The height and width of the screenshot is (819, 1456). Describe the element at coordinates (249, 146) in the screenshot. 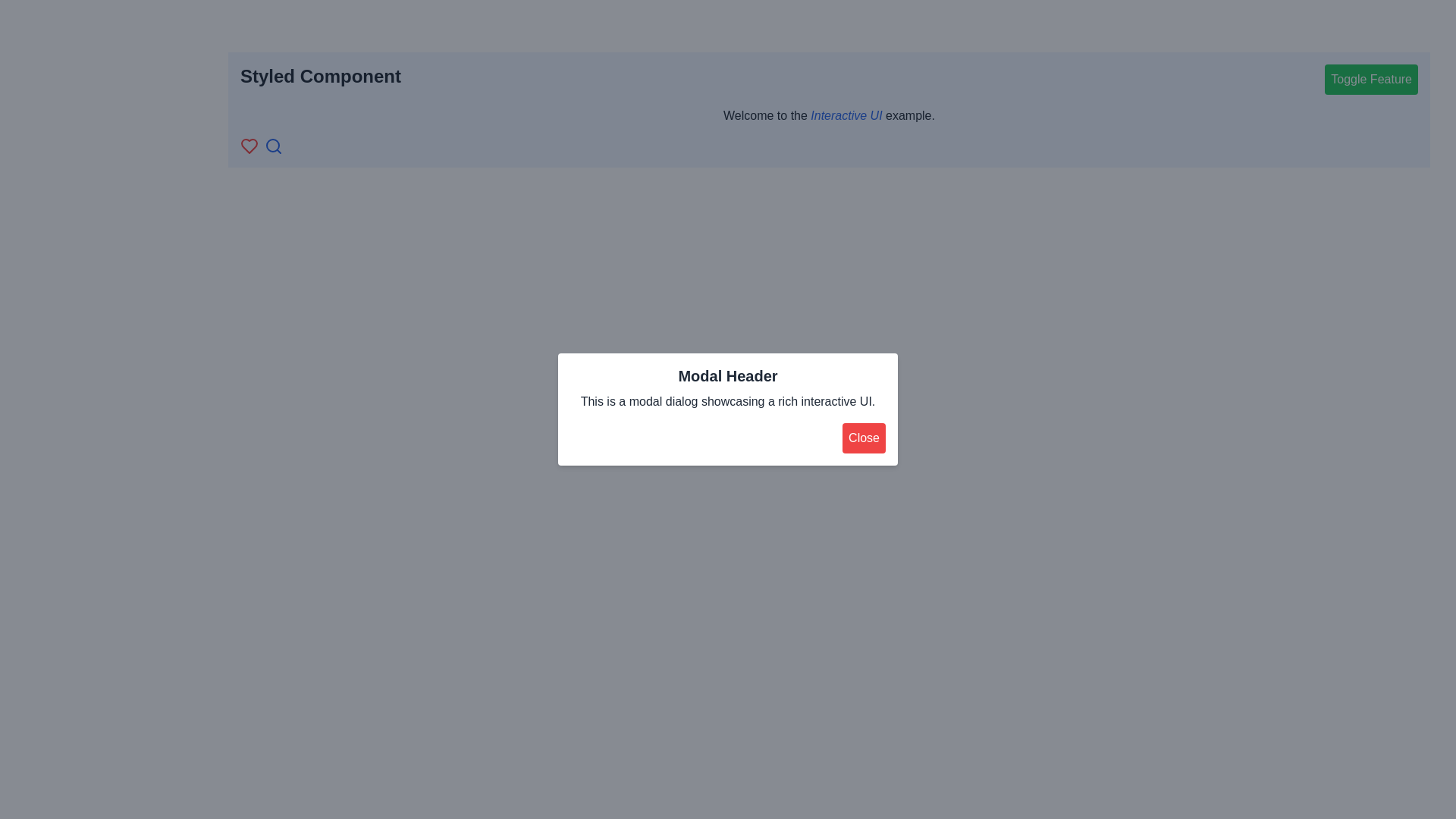

I see `the outlined red heart icon located to the left of the blue magnifying glass icon under the header 'Styled Component'` at that location.